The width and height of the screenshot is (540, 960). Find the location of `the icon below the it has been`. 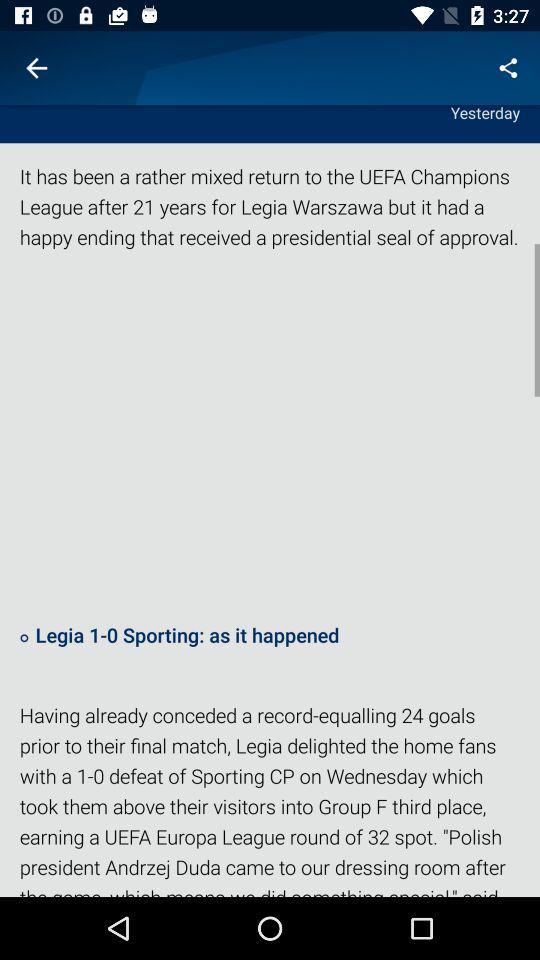

the icon below the it has been is located at coordinates (270, 435).